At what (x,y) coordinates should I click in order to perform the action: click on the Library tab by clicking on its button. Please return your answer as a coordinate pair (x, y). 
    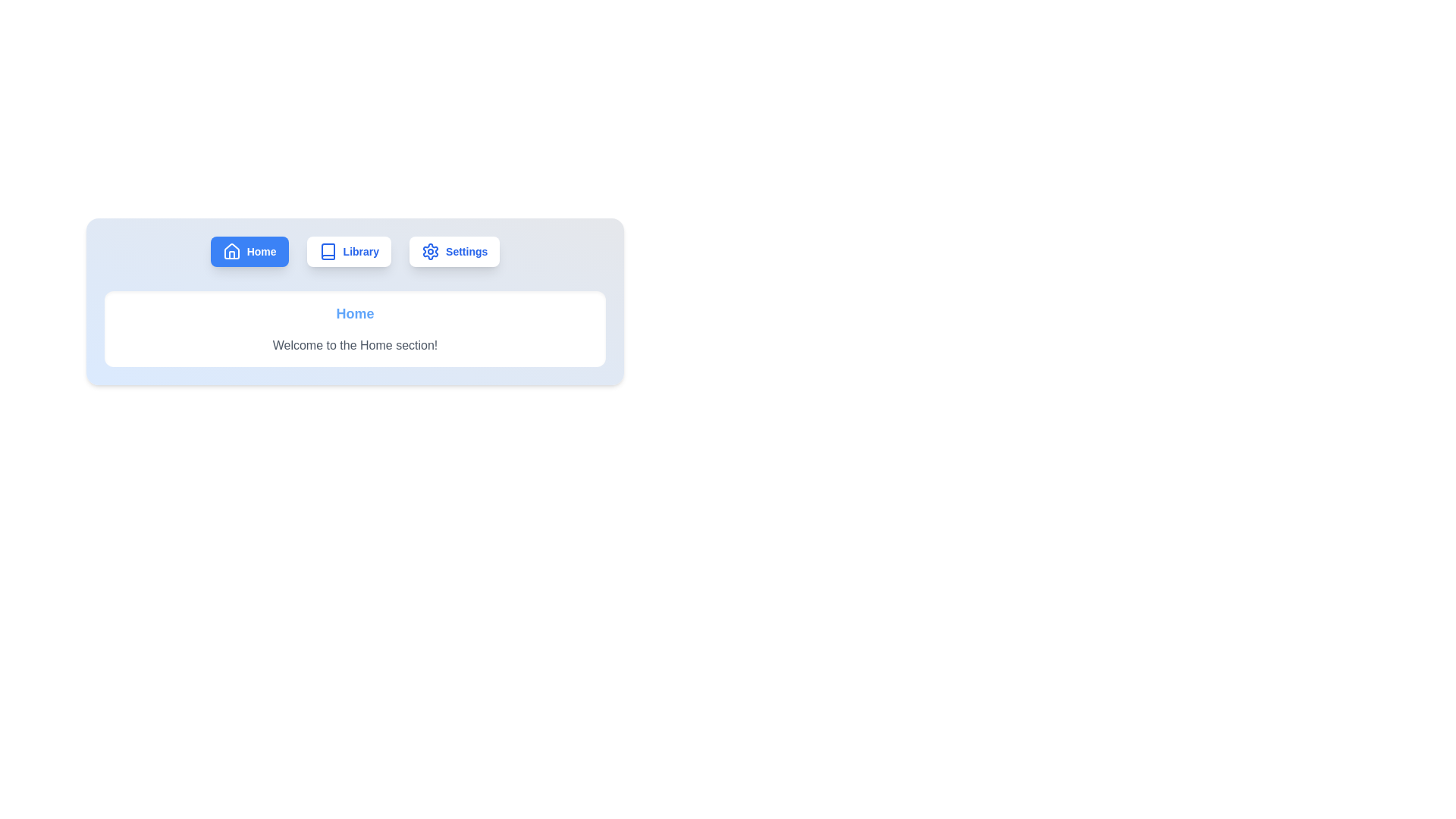
    Looking at the image, I should click on (348, 250).